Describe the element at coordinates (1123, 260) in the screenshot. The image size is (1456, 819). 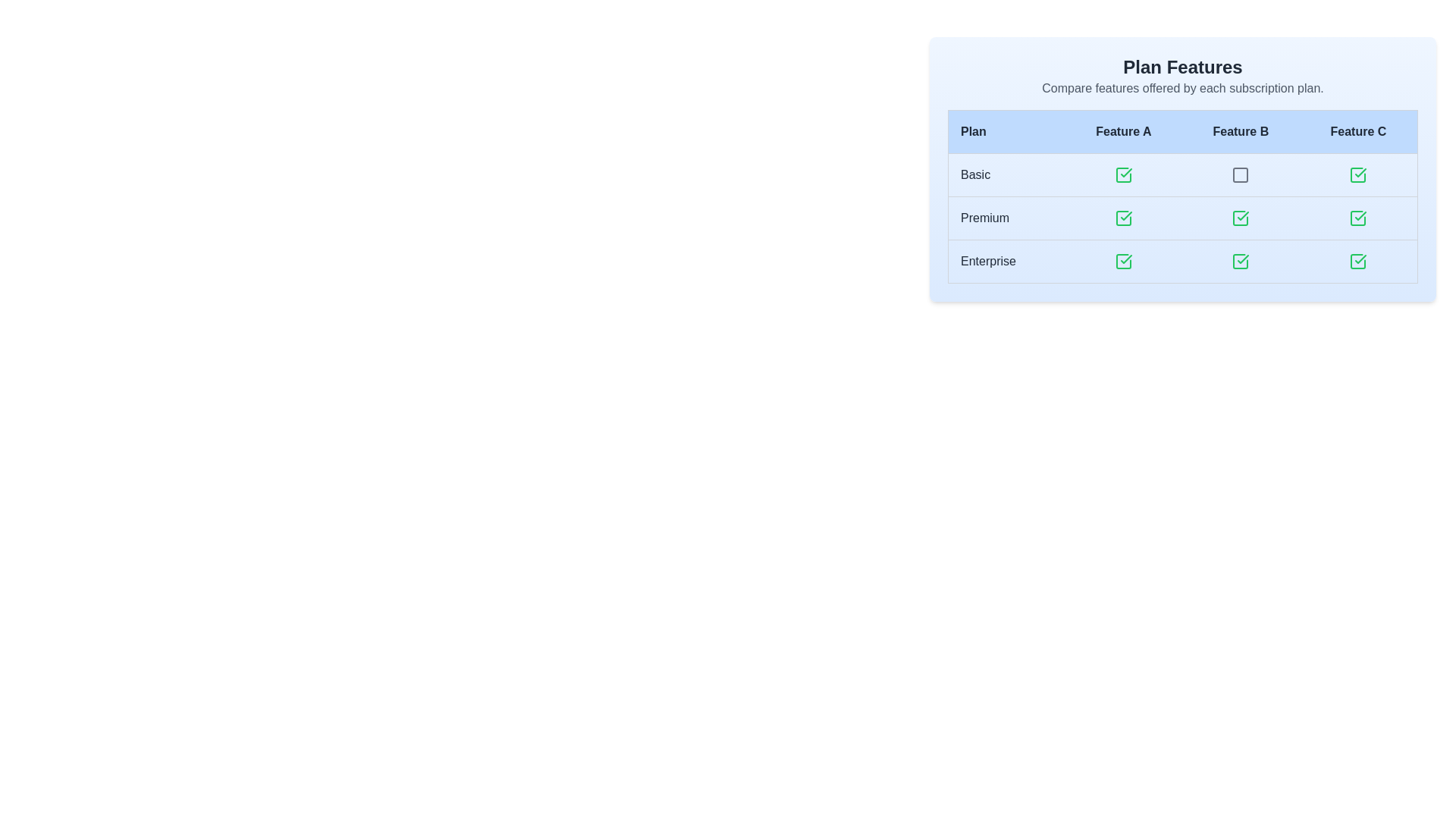
I see `the non-interactive visual indicator checkbox for 'Feature A' under the 'Enterprise' plan in the table` at that location.